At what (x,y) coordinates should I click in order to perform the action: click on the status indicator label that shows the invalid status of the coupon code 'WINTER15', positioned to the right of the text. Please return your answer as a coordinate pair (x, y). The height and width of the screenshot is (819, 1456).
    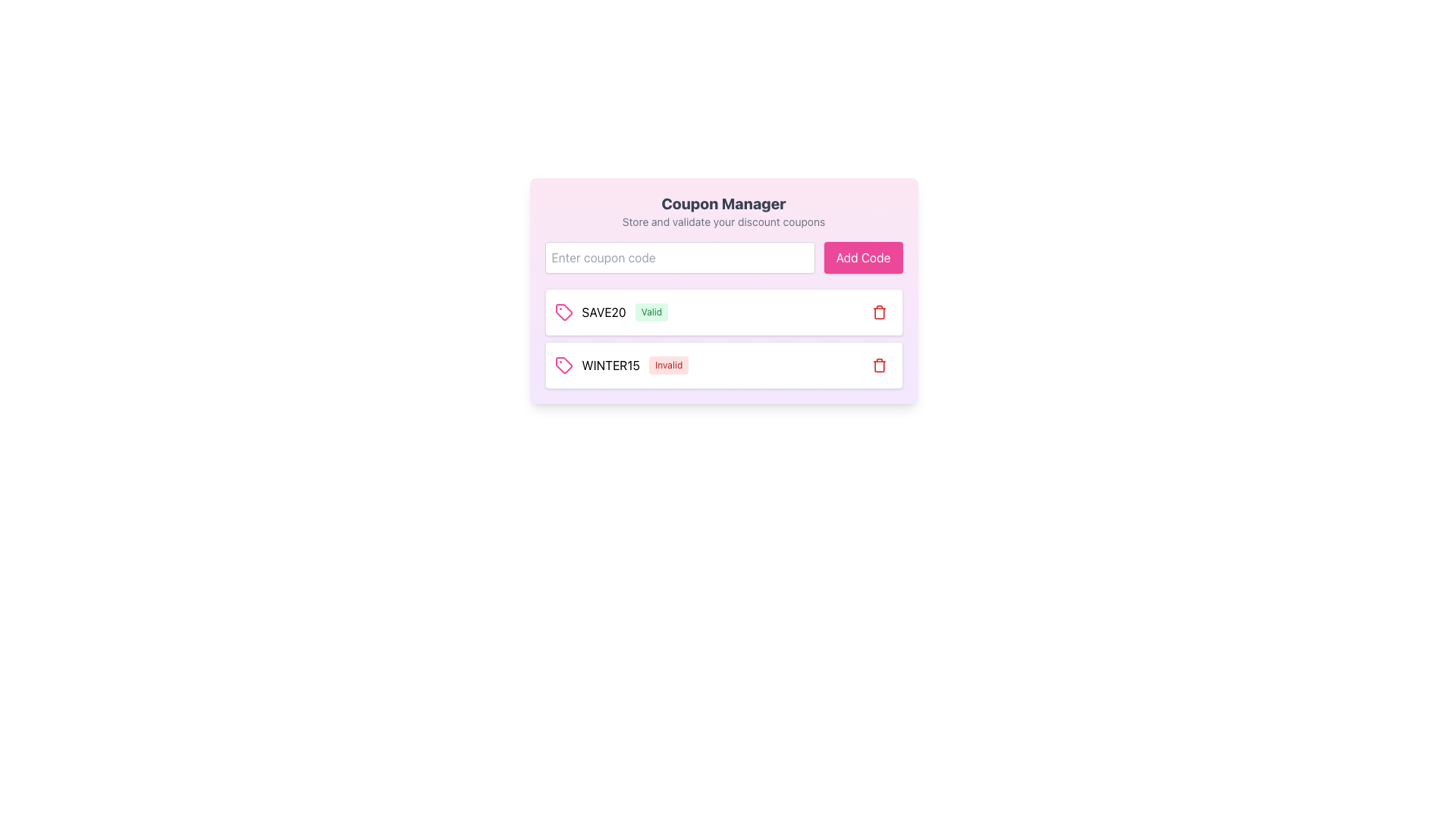
    Looking at the image, I should click on (668, 366).